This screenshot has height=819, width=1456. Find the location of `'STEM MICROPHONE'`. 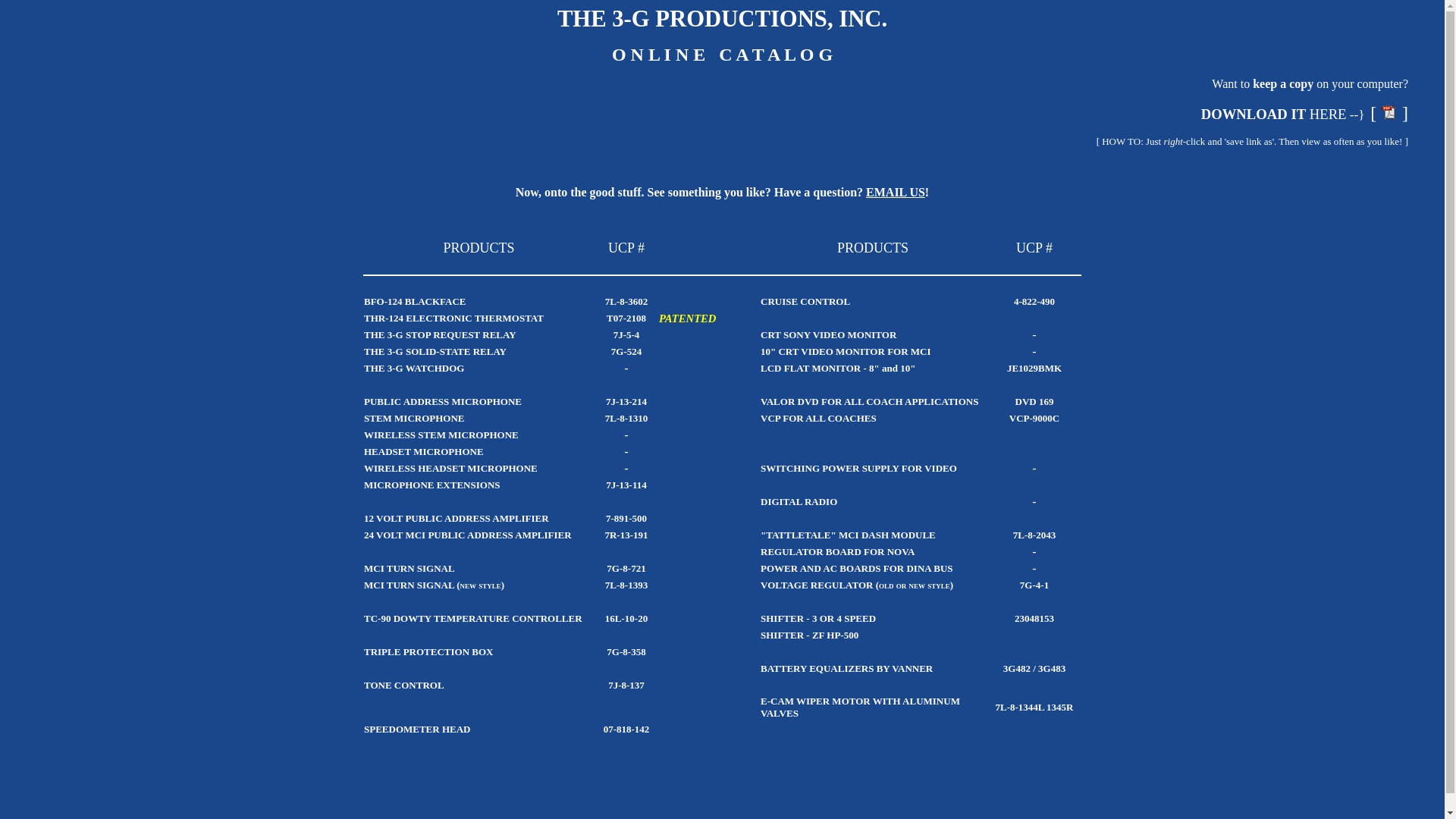

'STEM MICROPHONE' is located at coordinates (414, 418).